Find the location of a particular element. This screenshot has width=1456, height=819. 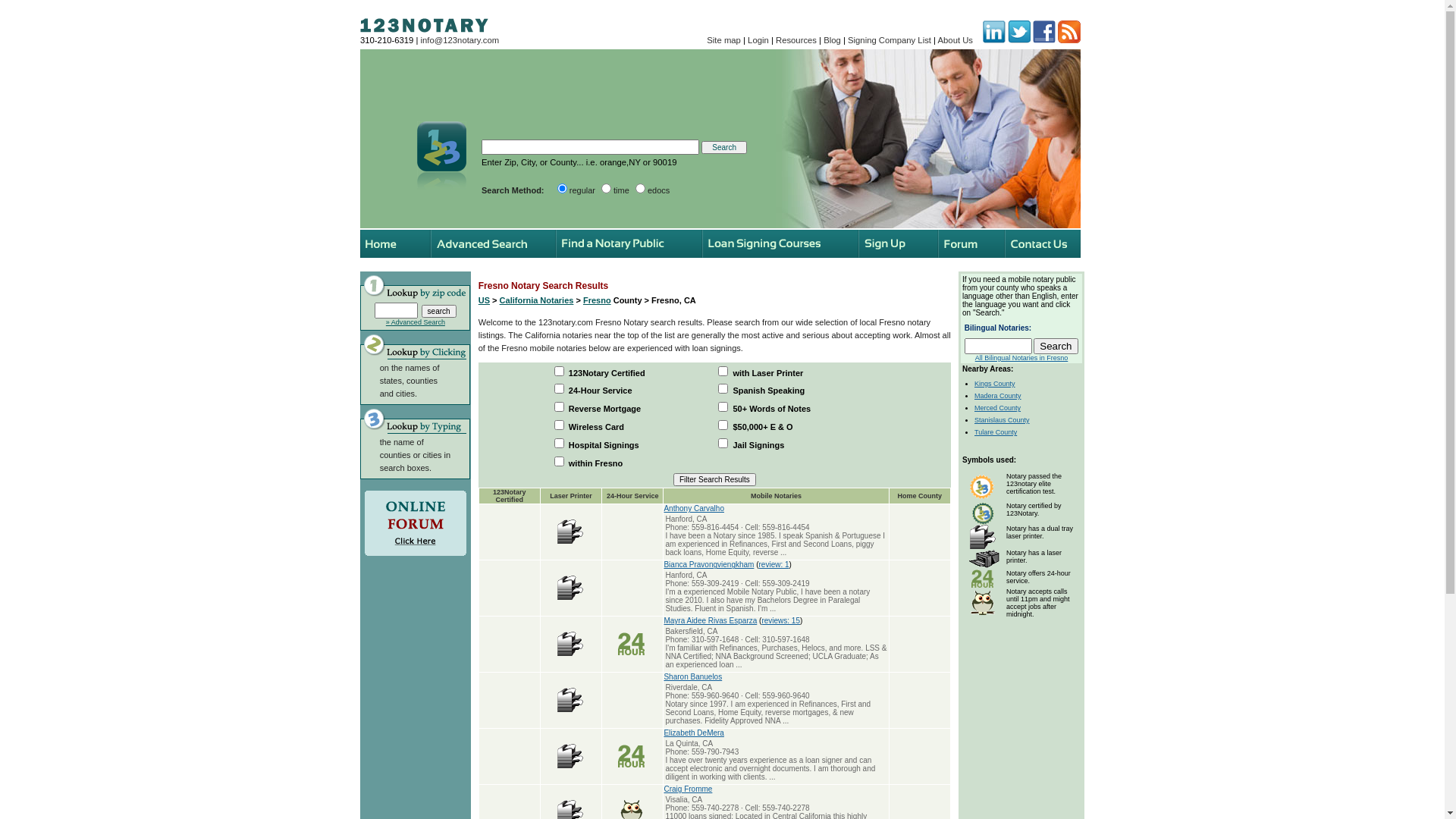

'Mayra Aidee Rivas Esparza' is located at coordinates (709, 620).